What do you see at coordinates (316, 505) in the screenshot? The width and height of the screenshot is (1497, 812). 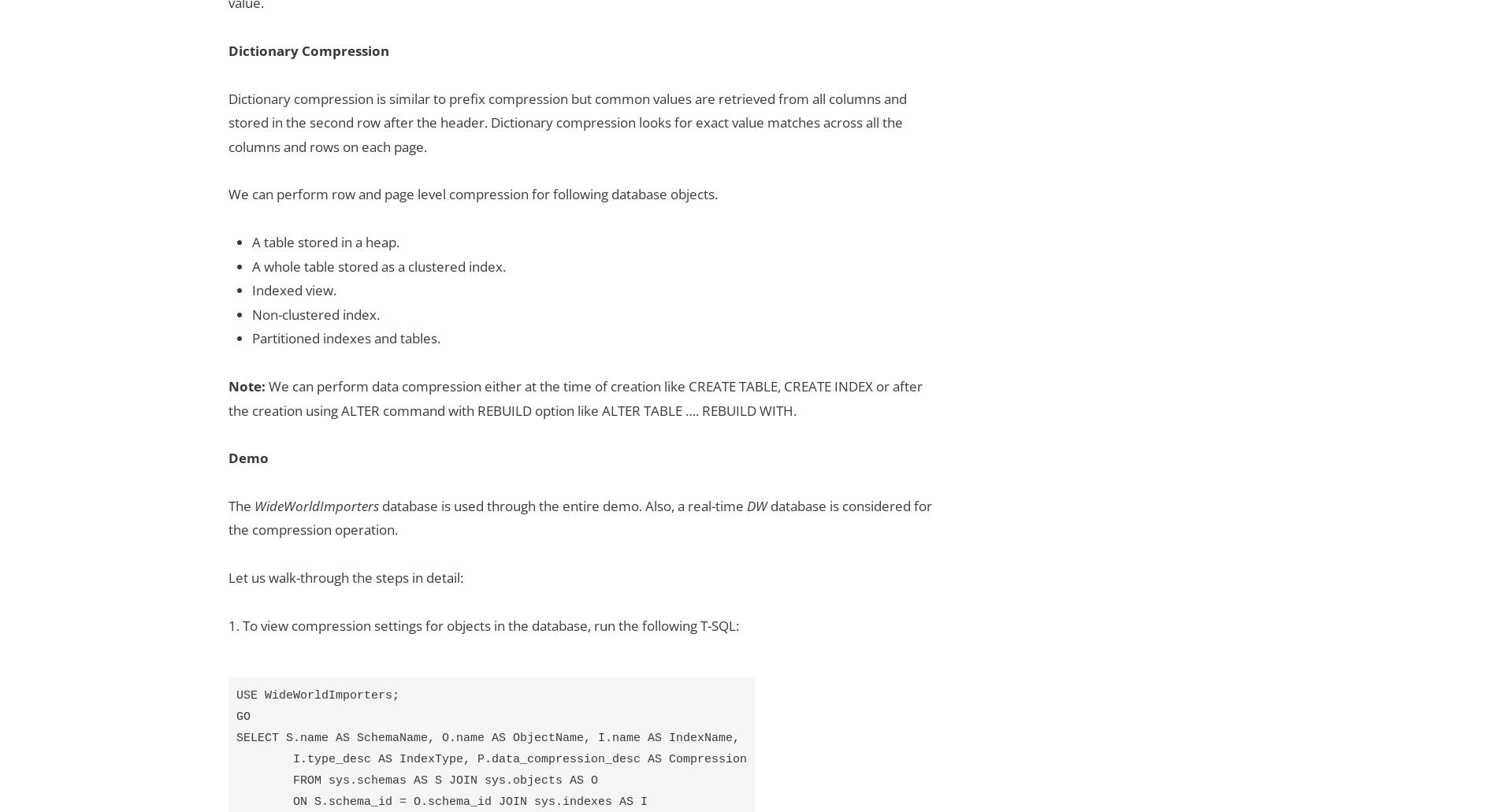 I see `'WideWorldImporters'` at bounding box center [316, 505].